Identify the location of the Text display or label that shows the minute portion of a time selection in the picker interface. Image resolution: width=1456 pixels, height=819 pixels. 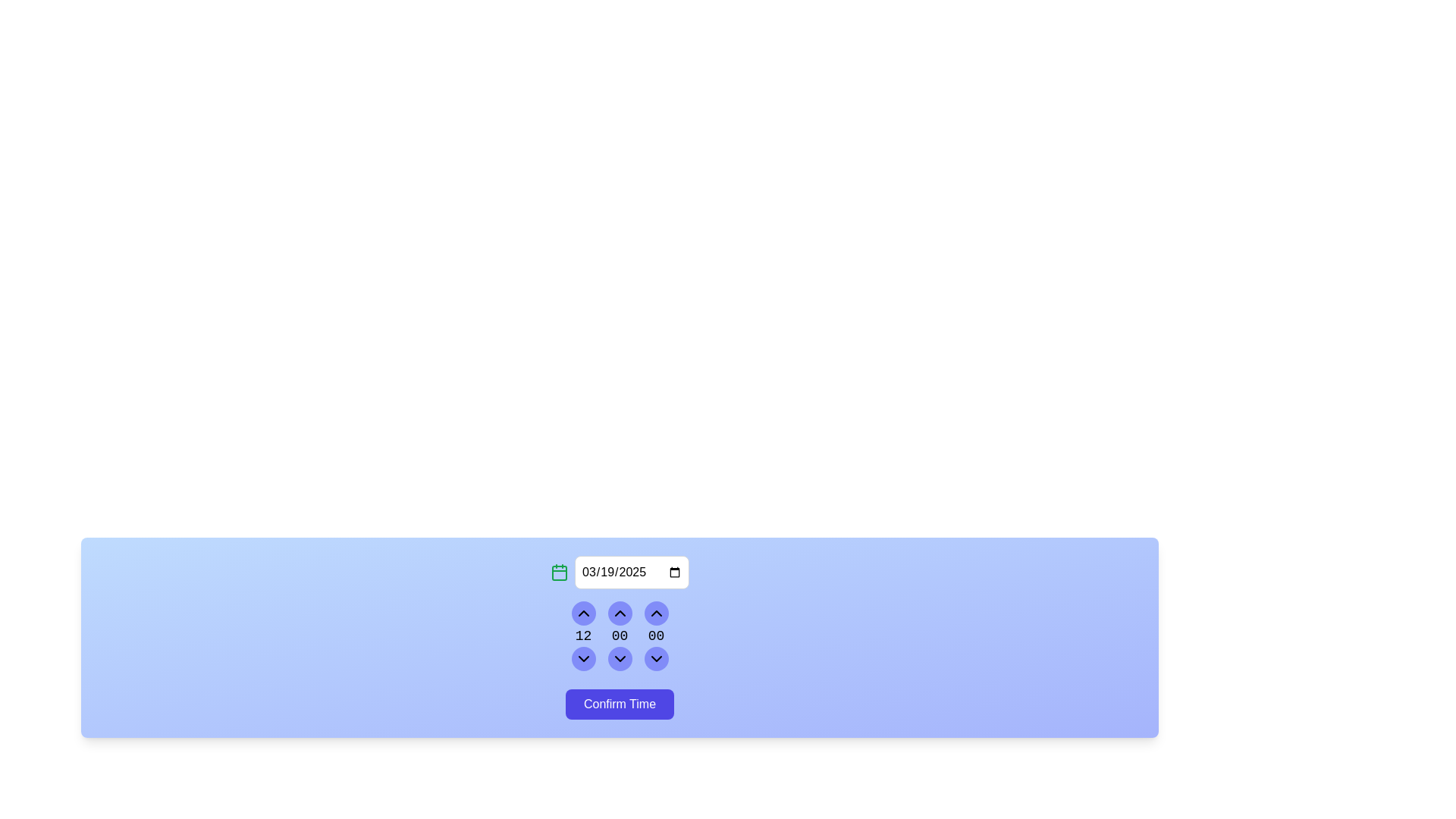
(620, 636).